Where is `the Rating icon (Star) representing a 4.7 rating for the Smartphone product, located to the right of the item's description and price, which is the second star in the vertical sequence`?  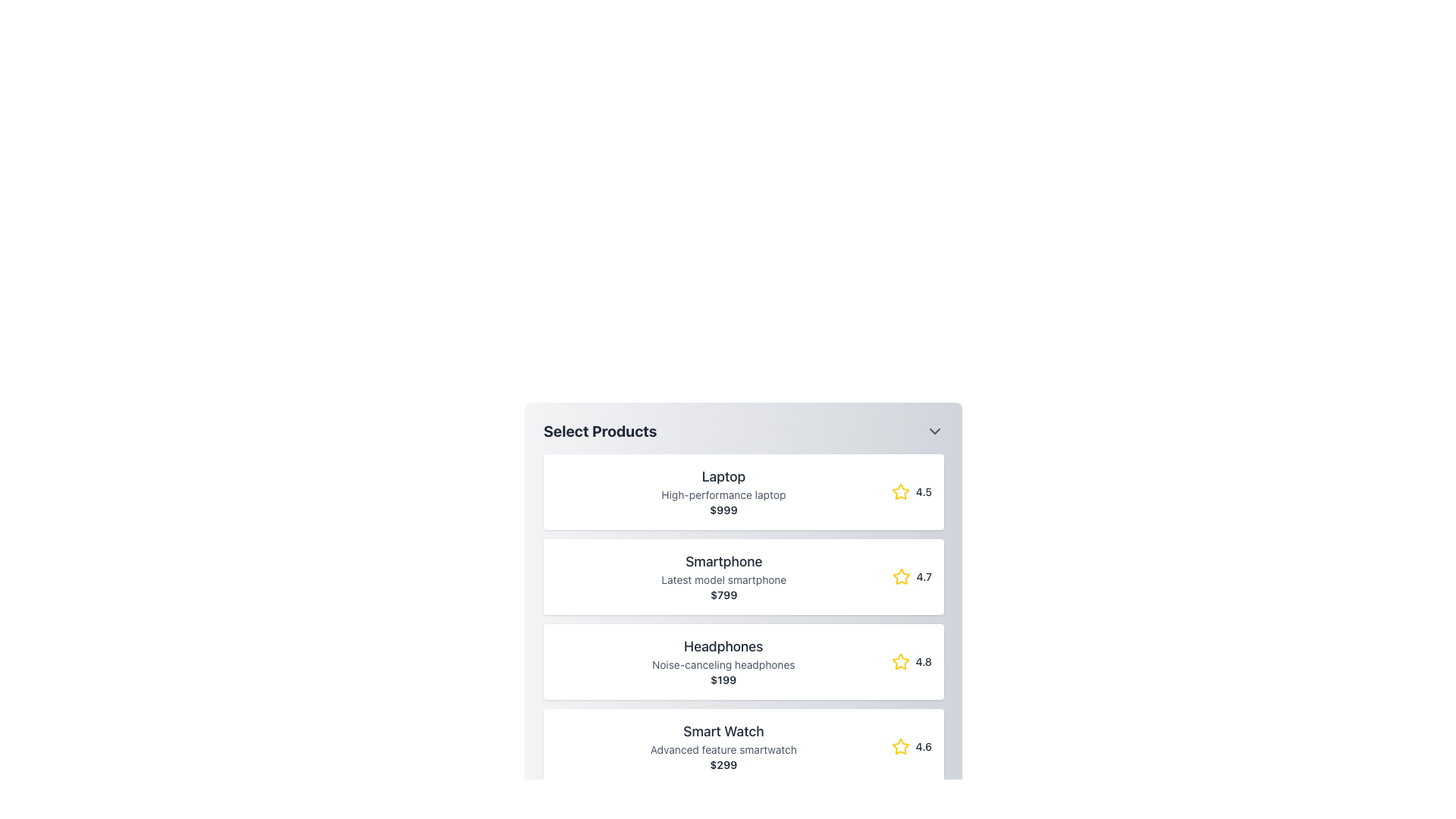
the Rating icon (Star) representing a 4.7 rating for the Smartphone product, located to the right of the item's description and price, which is the second star in the vertical sequence is located at coordinates (901, 576).